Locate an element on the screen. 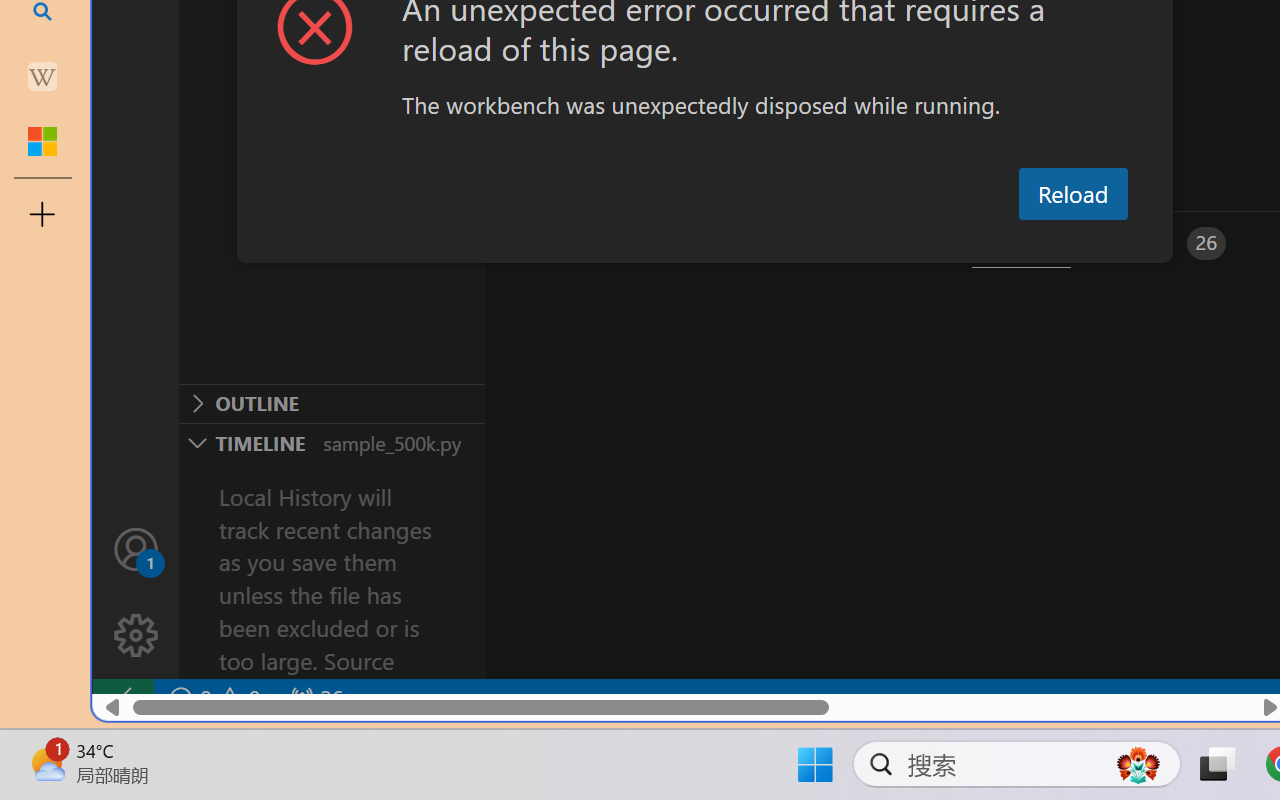 This screenshot has width=1280, height=800. 'Outline Section' is located at coordinates (331, 403).